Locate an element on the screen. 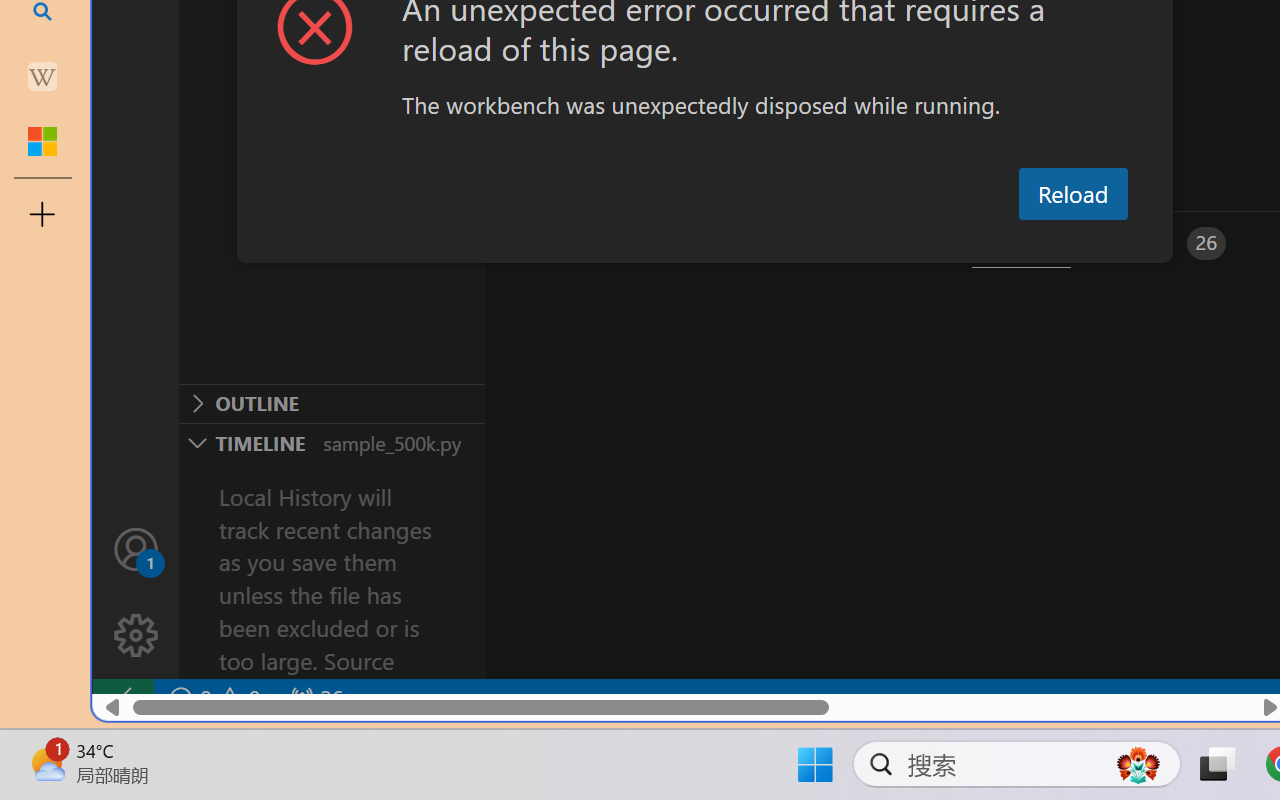 This screenshot has width=1280, height=800. 'Outline Section' is located at coordinates (331, 403).